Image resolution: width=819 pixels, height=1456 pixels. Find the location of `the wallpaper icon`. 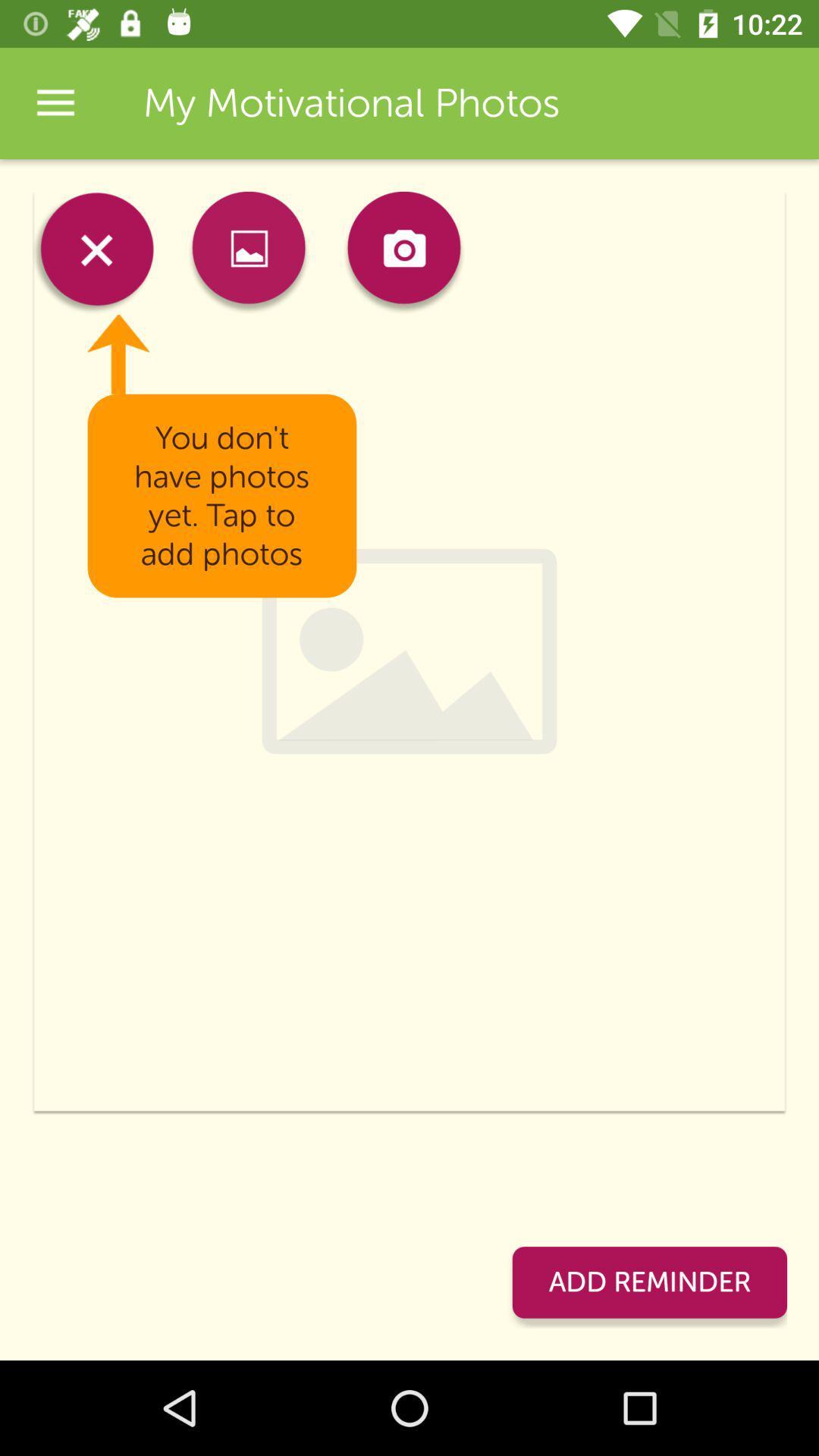

the wallpaper icon is located at coordinates (248, 253).